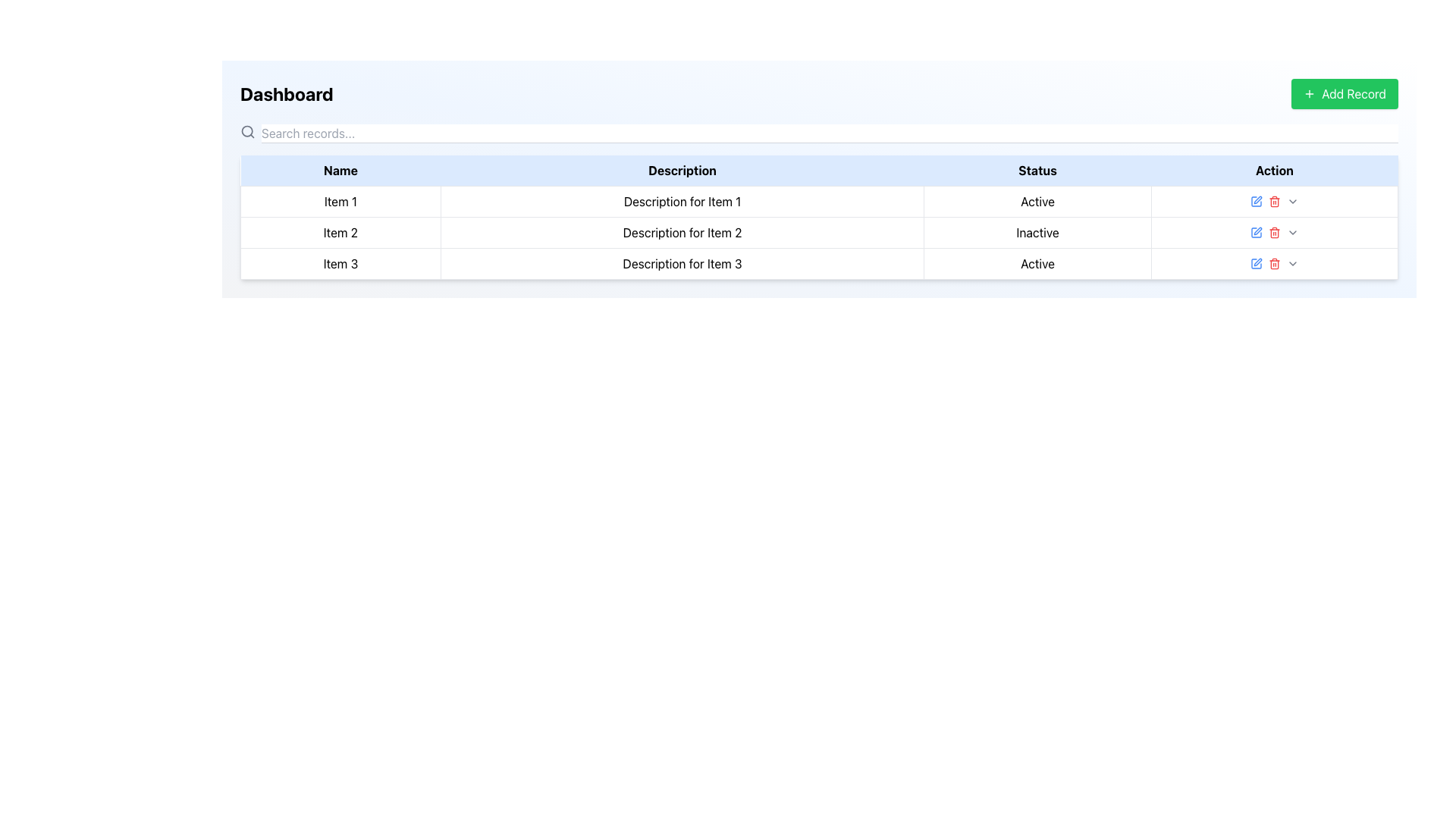 This screenshot has height=819, width=1456. I want to click on the leftmost header of the table that indicates the column contains names of listed items, so click(340, 171).